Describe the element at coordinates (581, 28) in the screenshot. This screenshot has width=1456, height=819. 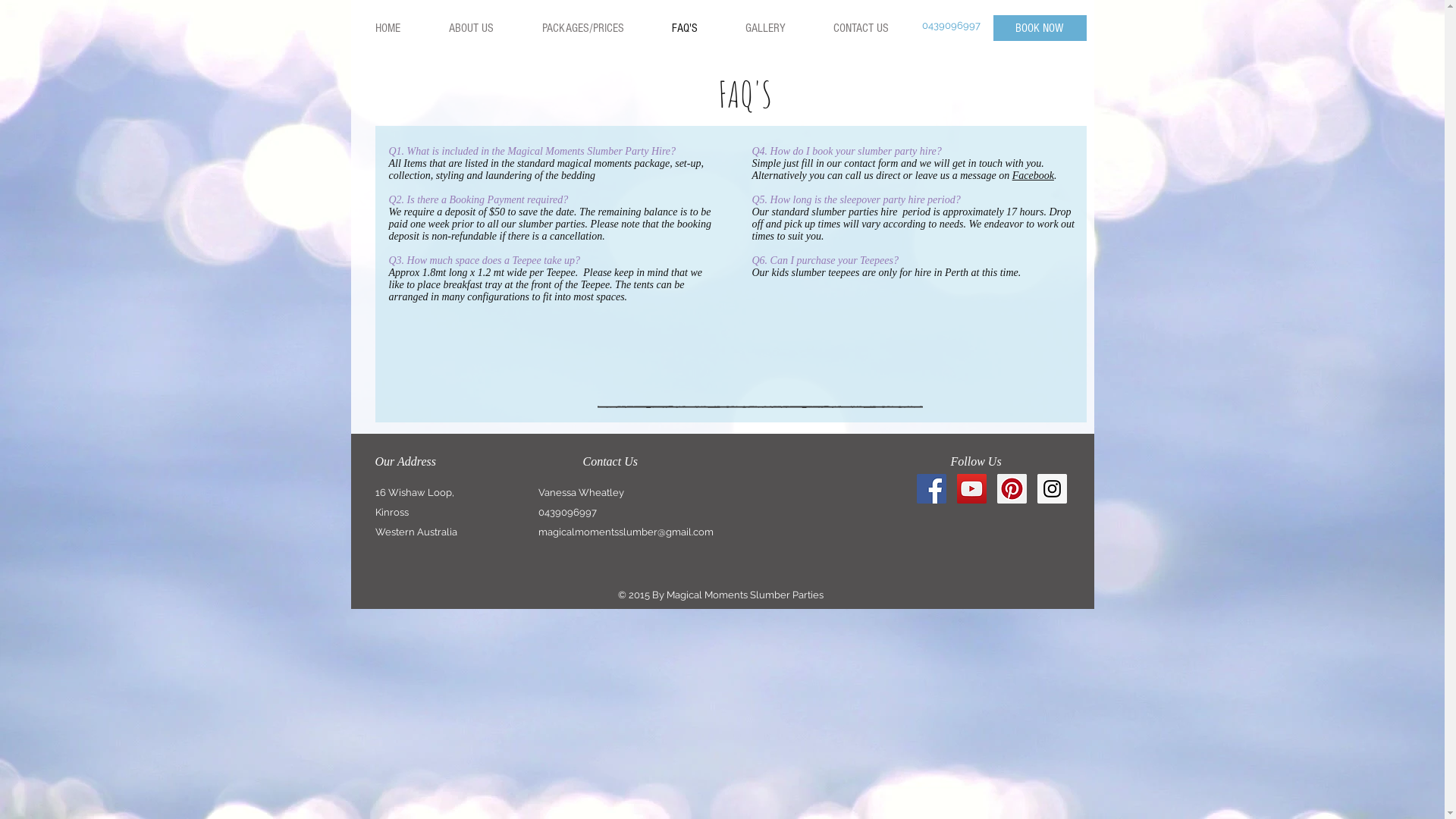
I see `'PACKAGES/PRICES'` at that location.